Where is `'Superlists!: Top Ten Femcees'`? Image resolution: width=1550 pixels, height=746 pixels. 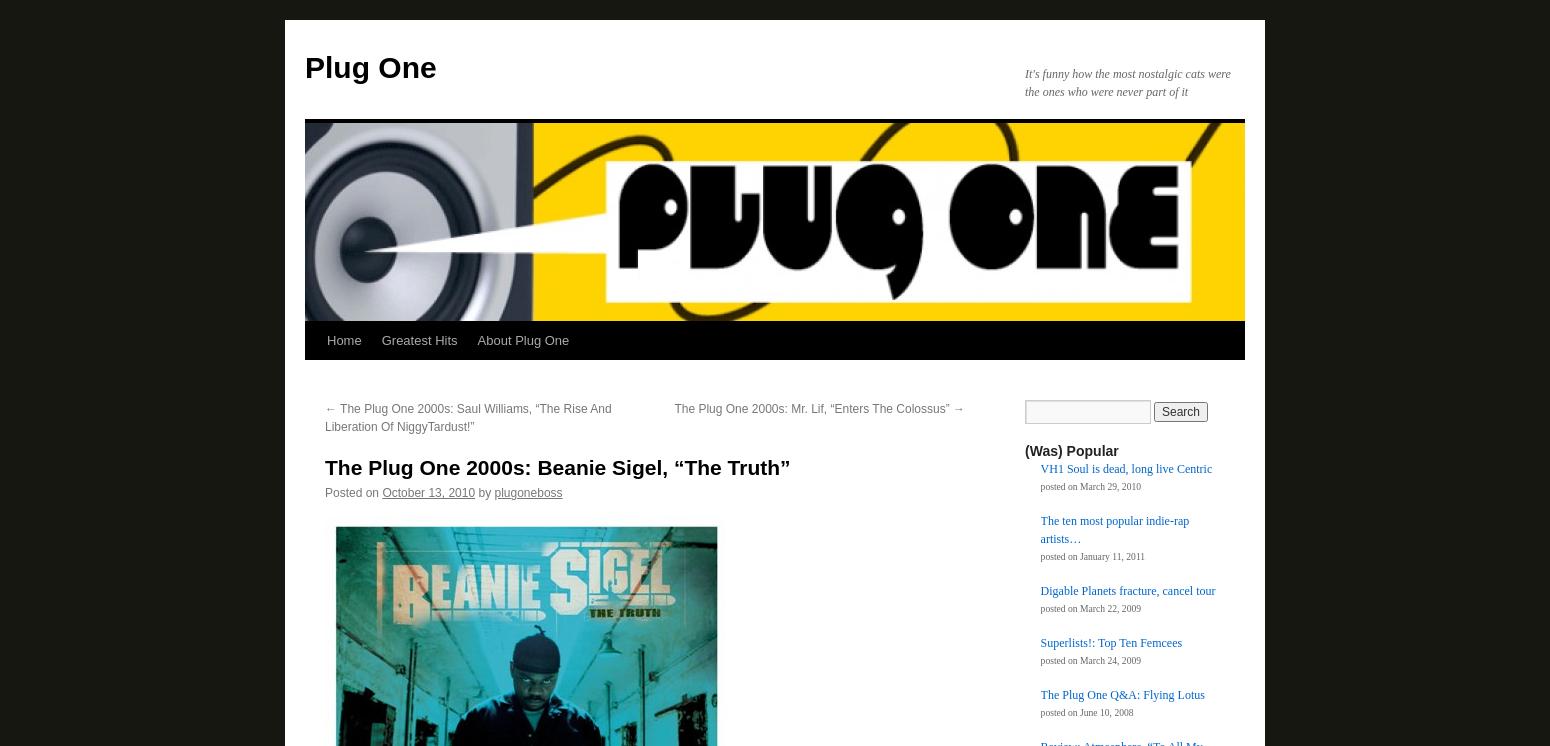 'Superlists!: Top Ten Femcees' is located at coordinates (1110, 641).